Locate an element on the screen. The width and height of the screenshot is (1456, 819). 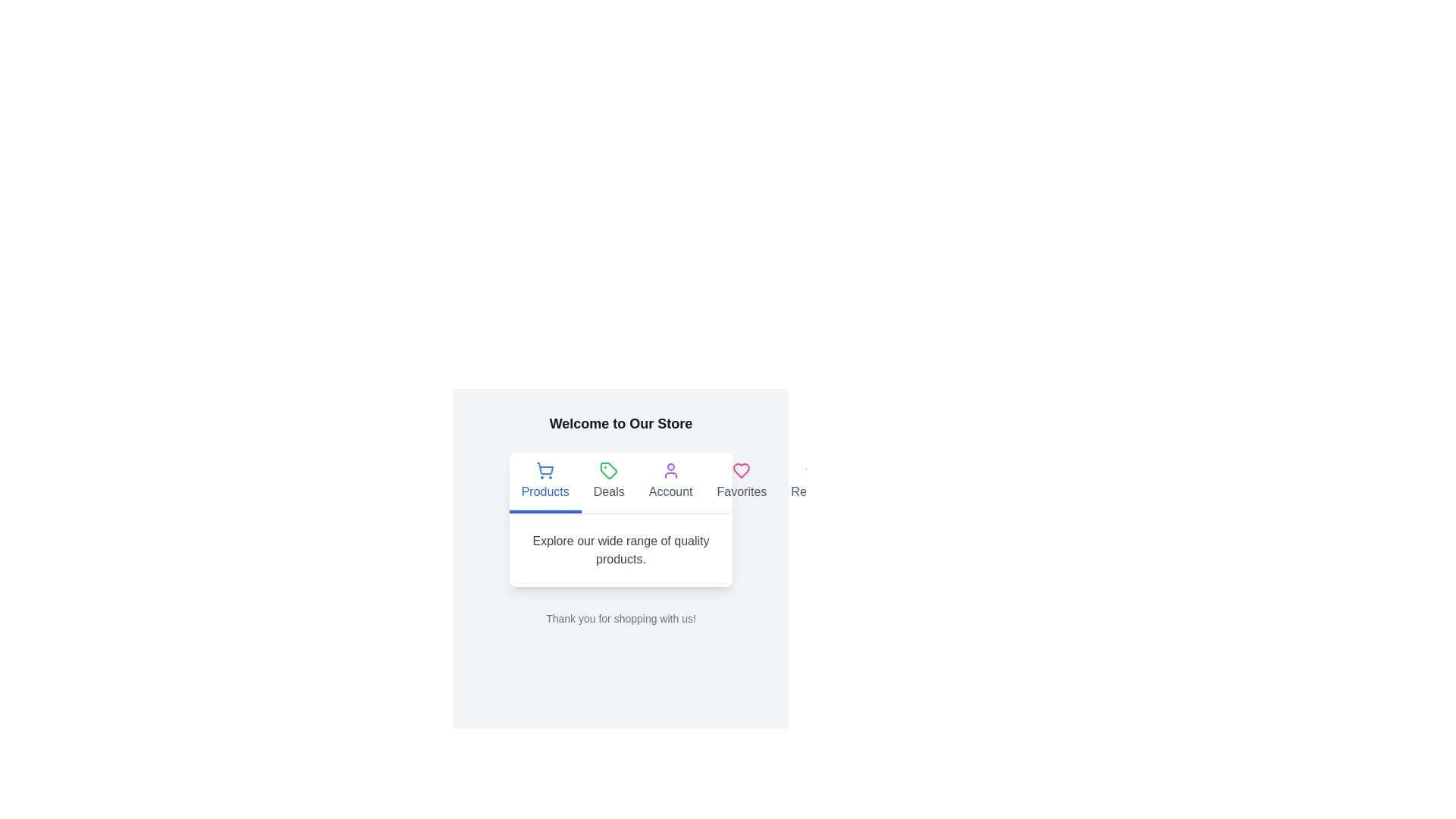
the text label displaying 'Products' which is styled in blue and located beneath the shopping cart icon is located at coordinates (545, 491).